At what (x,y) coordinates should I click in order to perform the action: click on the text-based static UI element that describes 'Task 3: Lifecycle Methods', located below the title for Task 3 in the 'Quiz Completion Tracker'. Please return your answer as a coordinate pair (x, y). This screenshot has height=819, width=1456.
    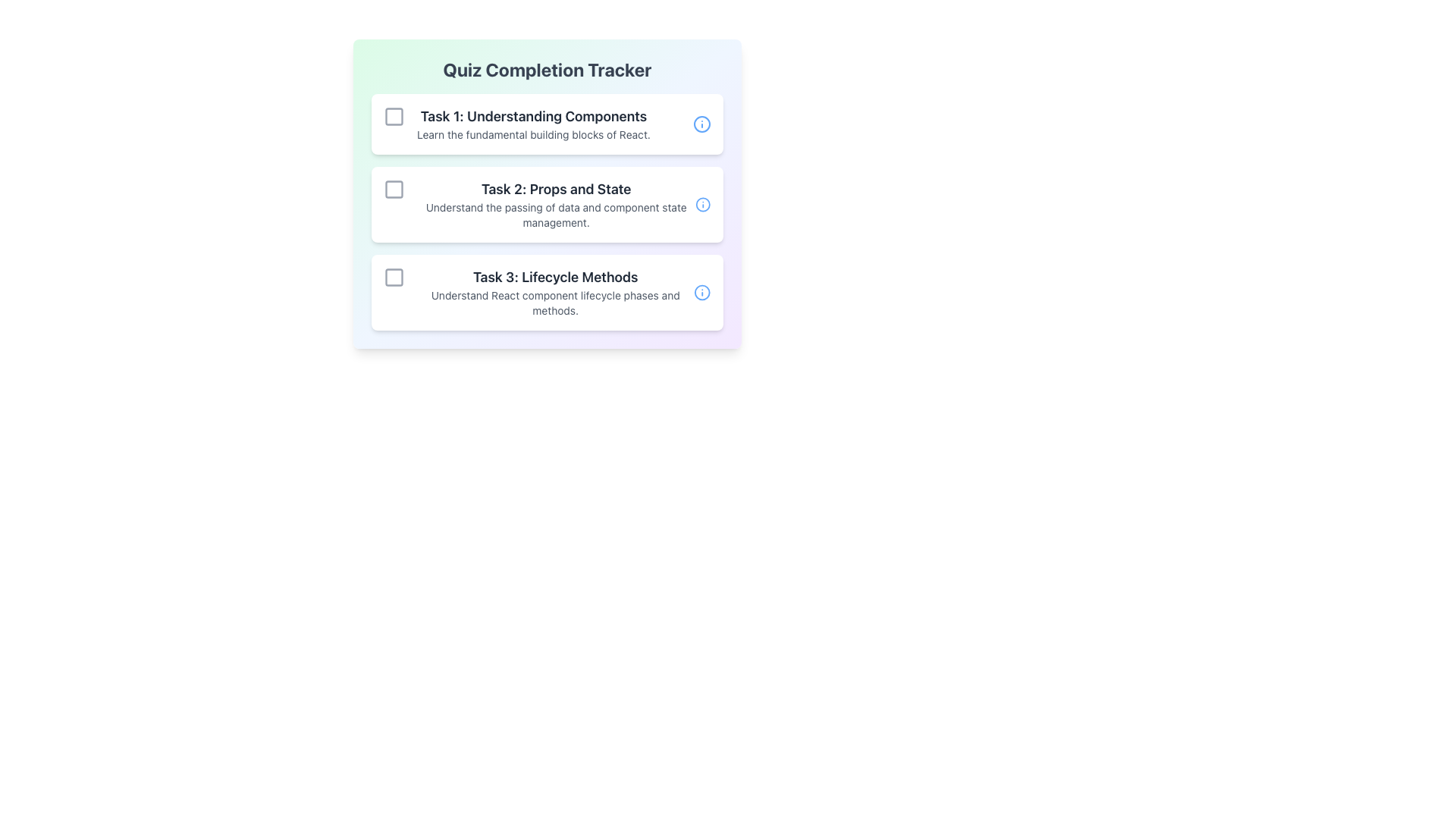
    Looking at the image, I should click on (538, 292).